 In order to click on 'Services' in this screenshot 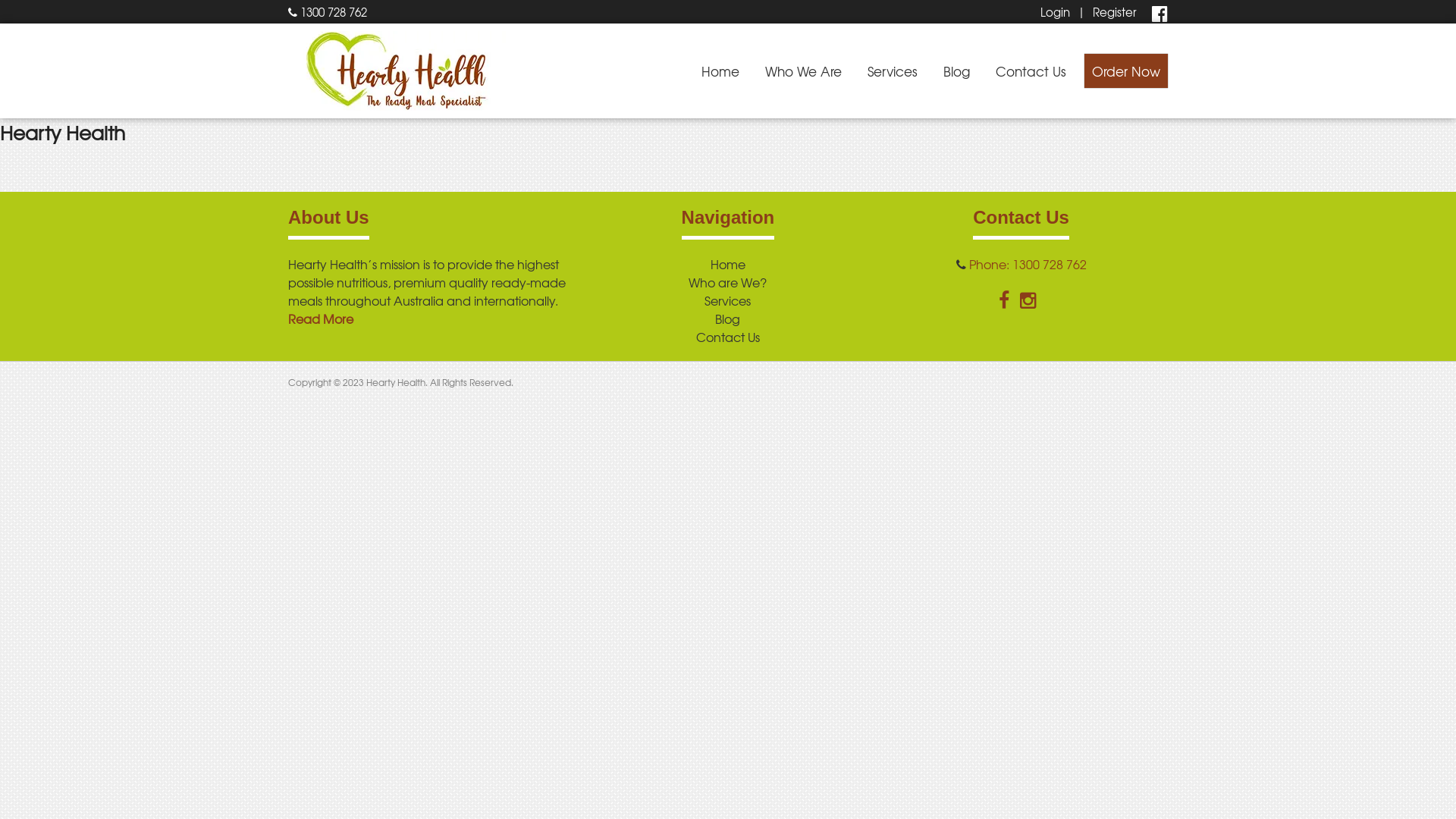, I will do `click(892, 71)`.